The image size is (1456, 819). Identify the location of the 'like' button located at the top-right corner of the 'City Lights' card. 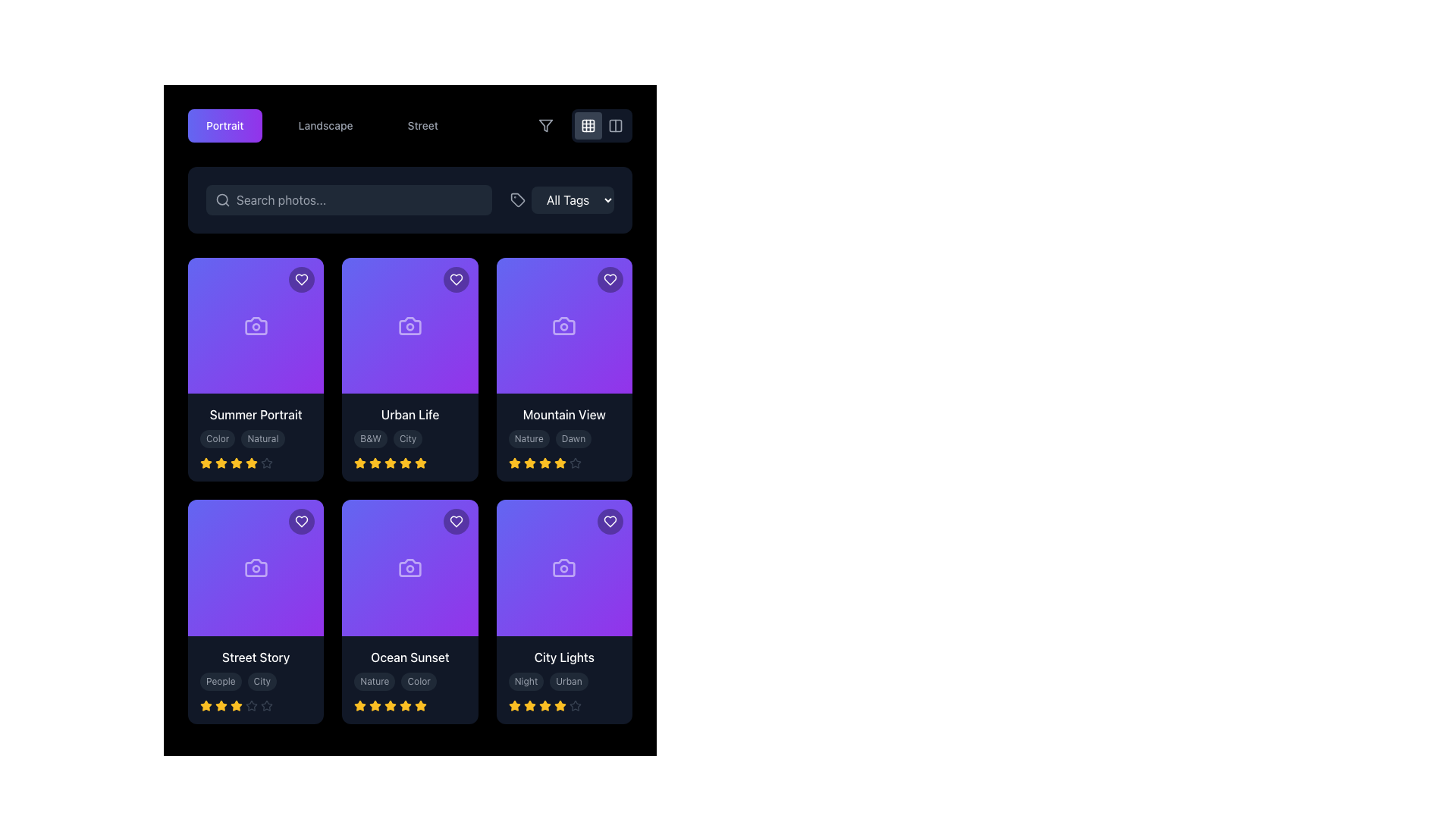
(610, 521).